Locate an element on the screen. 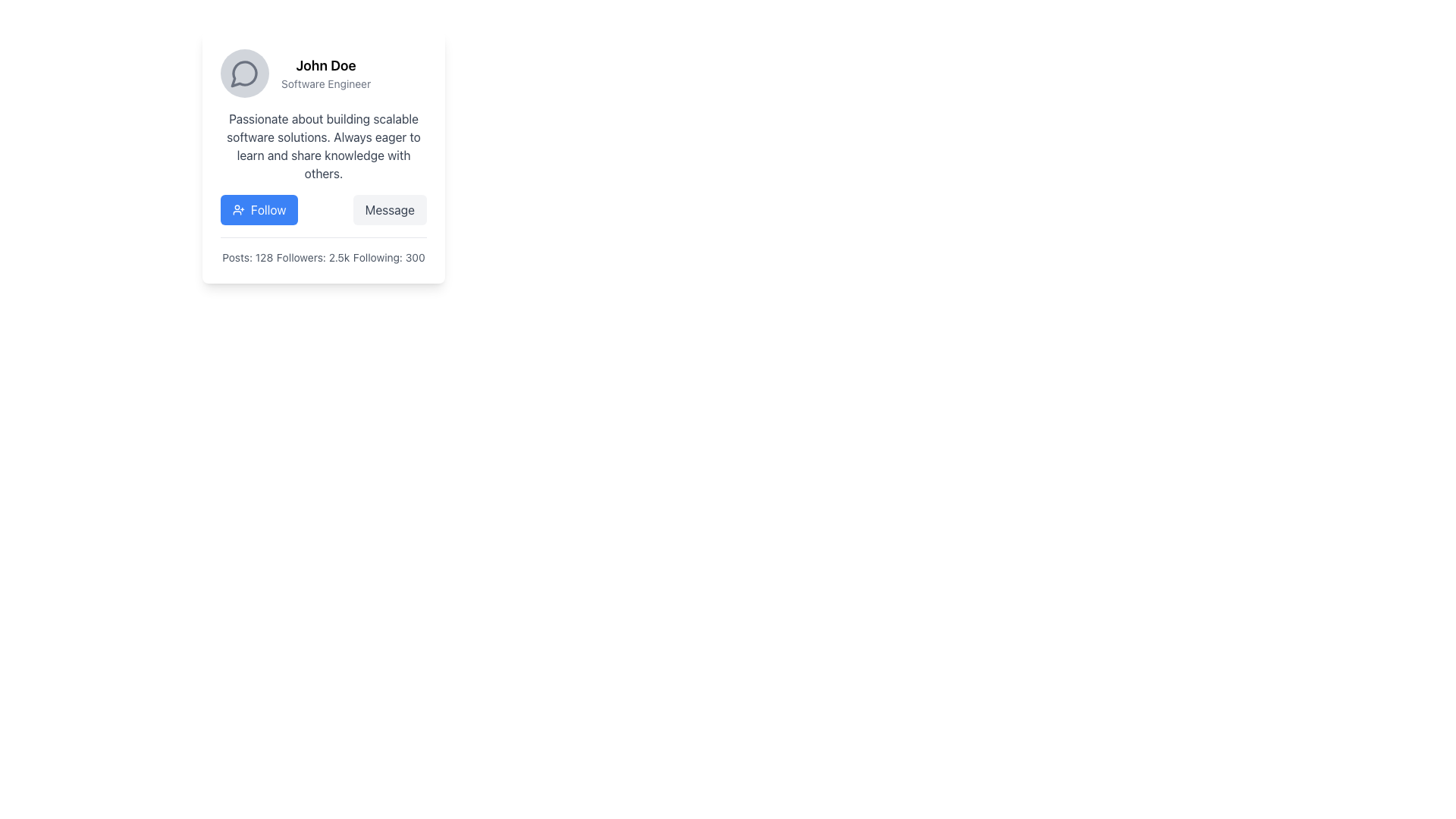  static text of the 'Follow' button located under the profile information of 'John Doe', to the left of the 'Message' button is located at coordinates (268, 210).